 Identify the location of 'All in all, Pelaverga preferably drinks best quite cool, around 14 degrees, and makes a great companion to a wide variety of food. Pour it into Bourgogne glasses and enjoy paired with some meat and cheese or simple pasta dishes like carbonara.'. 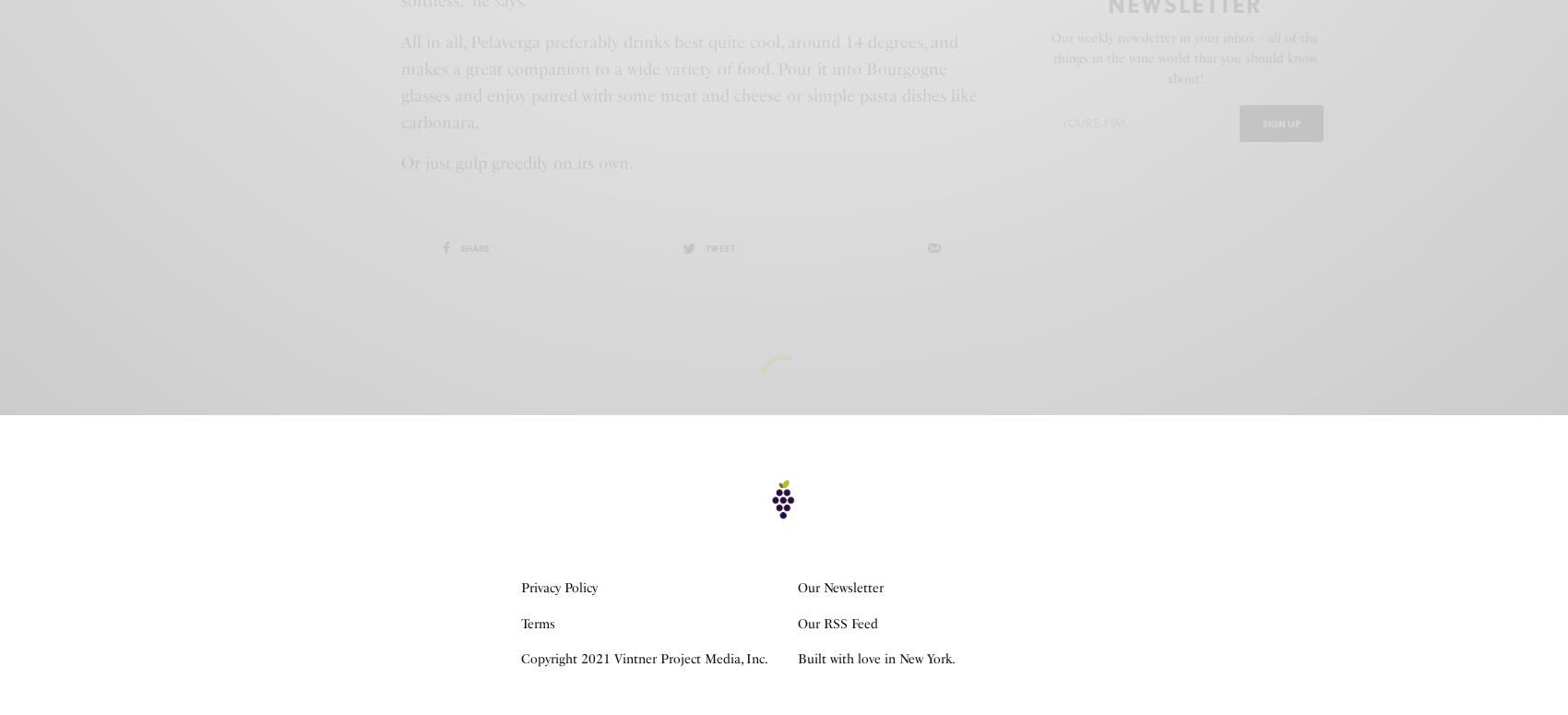
(401, 81).